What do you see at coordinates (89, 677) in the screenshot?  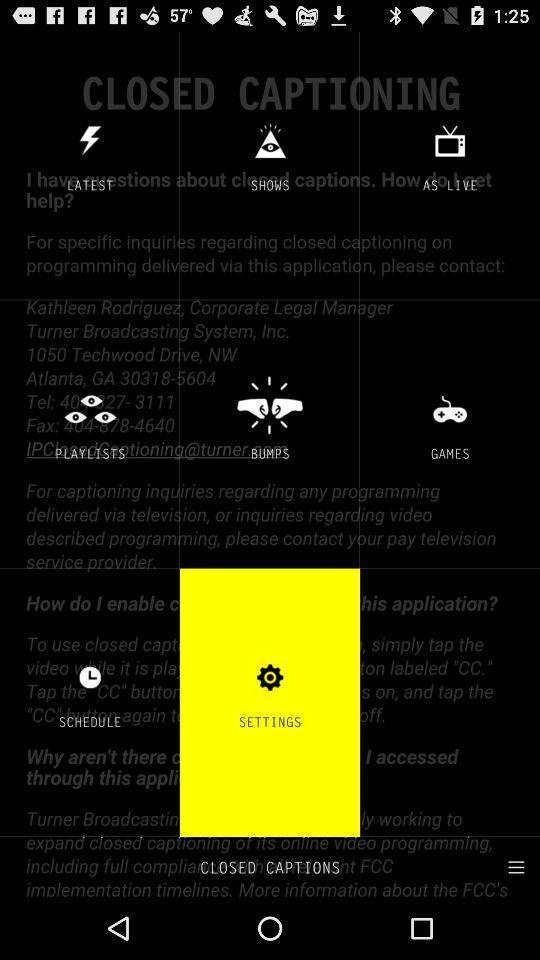 I see `icon above schedule at bottom left corner` at bounding box center [89, 677].